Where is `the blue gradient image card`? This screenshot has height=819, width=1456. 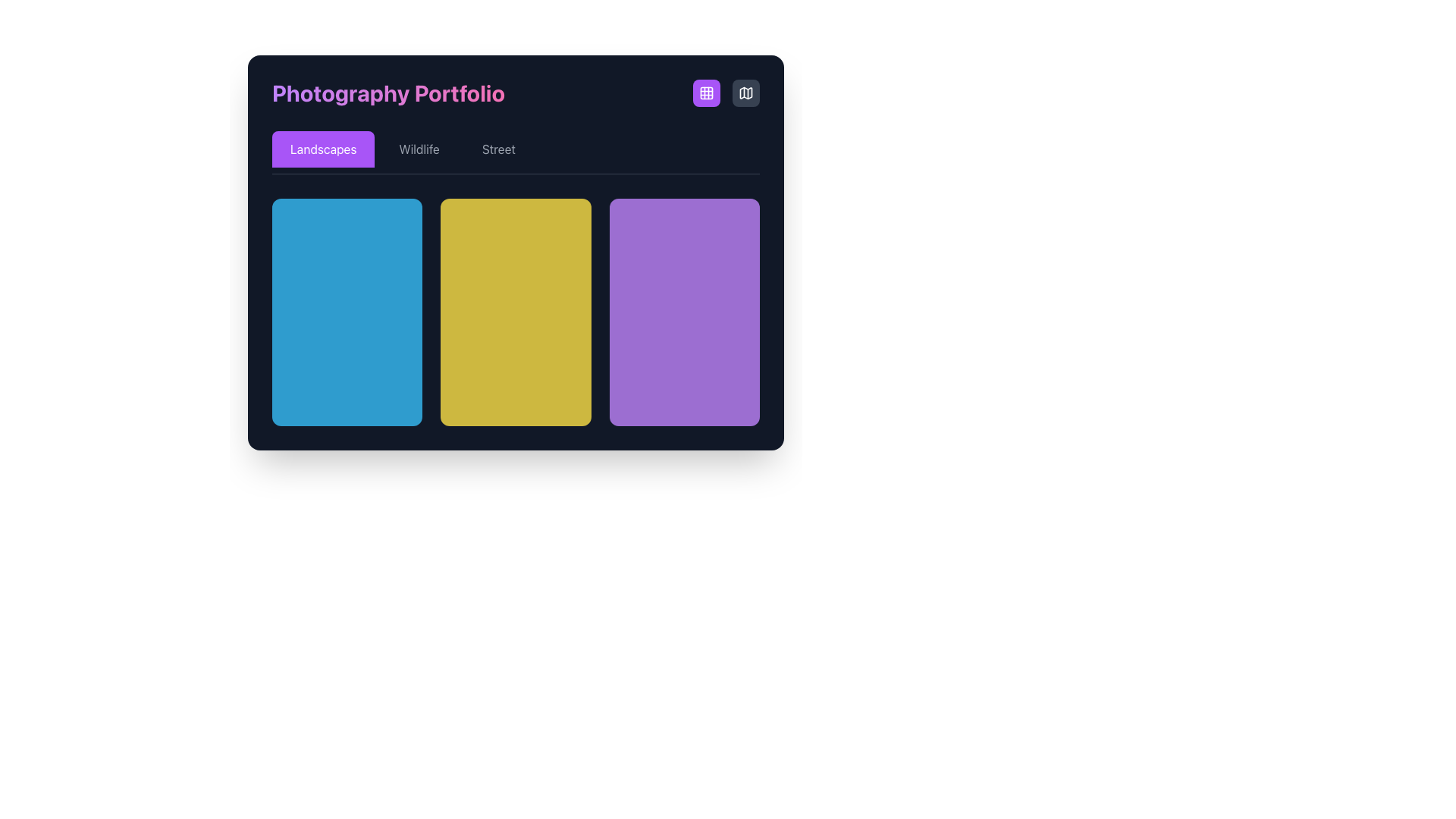 the blue gradient image card is located at coordinates (347, 312).